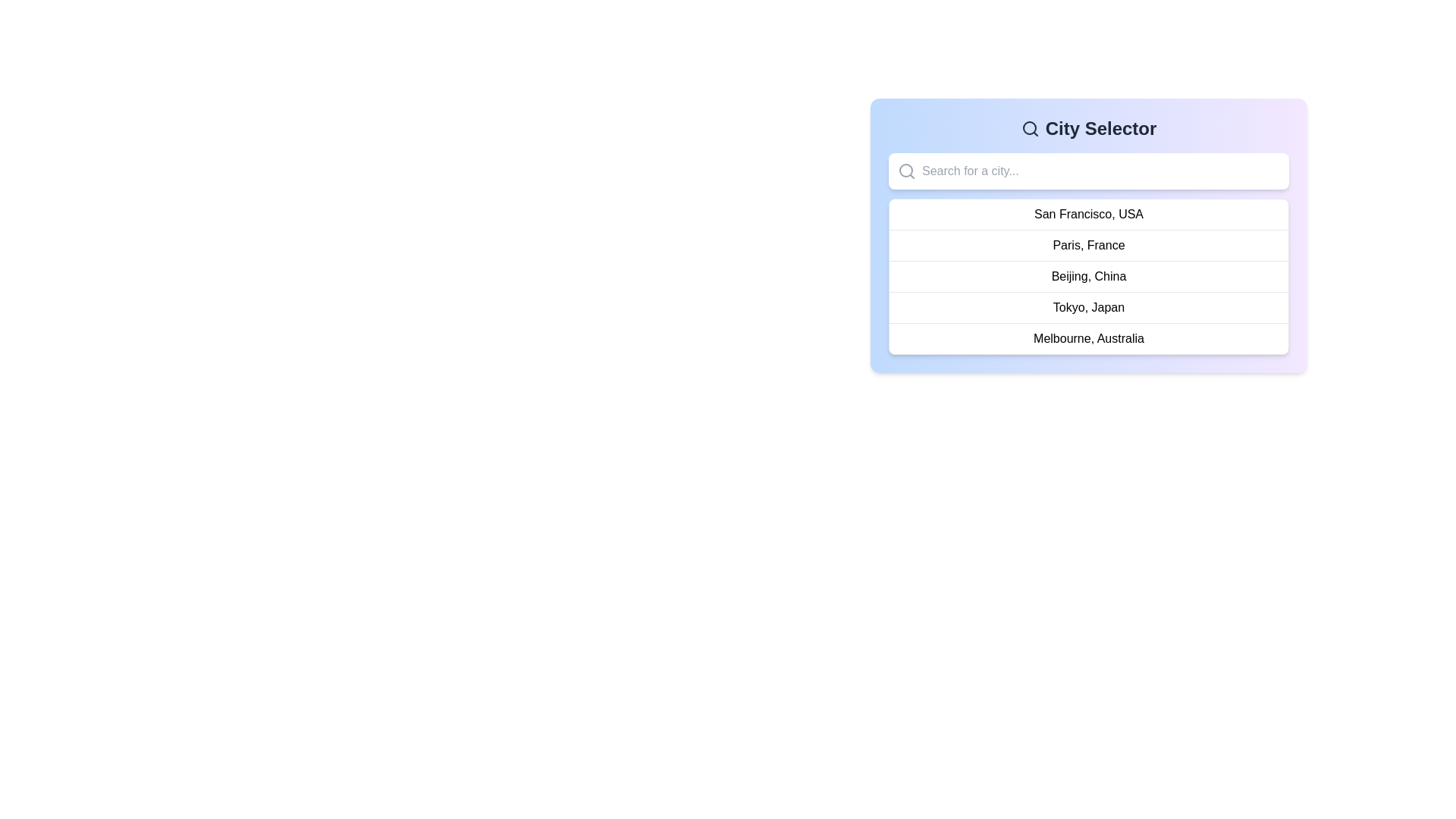 This screenshot has width=1456, height=819. What do you see at coordinates (1087, 244) in the screenshot?
I see `the dropdown menu option displaying 'Paris, France', which is the second option in the list` at bounding box center [1087, 244].